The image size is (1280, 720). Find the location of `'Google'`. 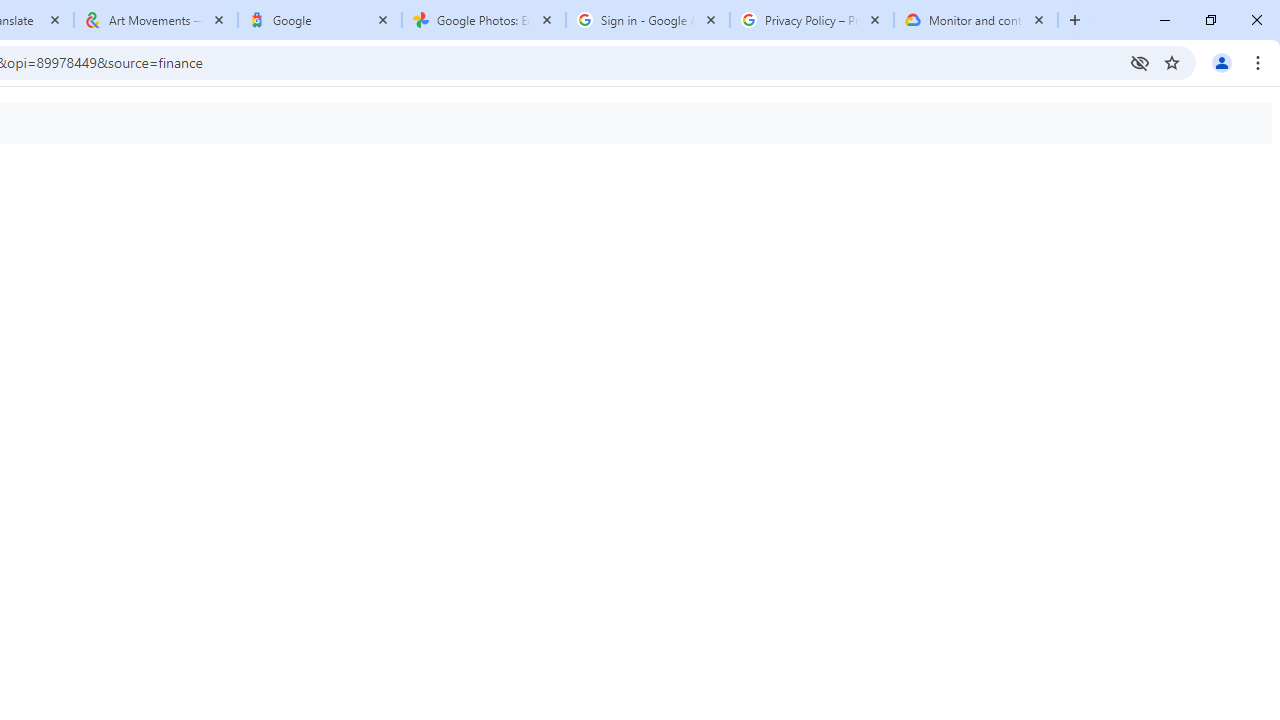

'Google' is located at coordinates (320, 20).